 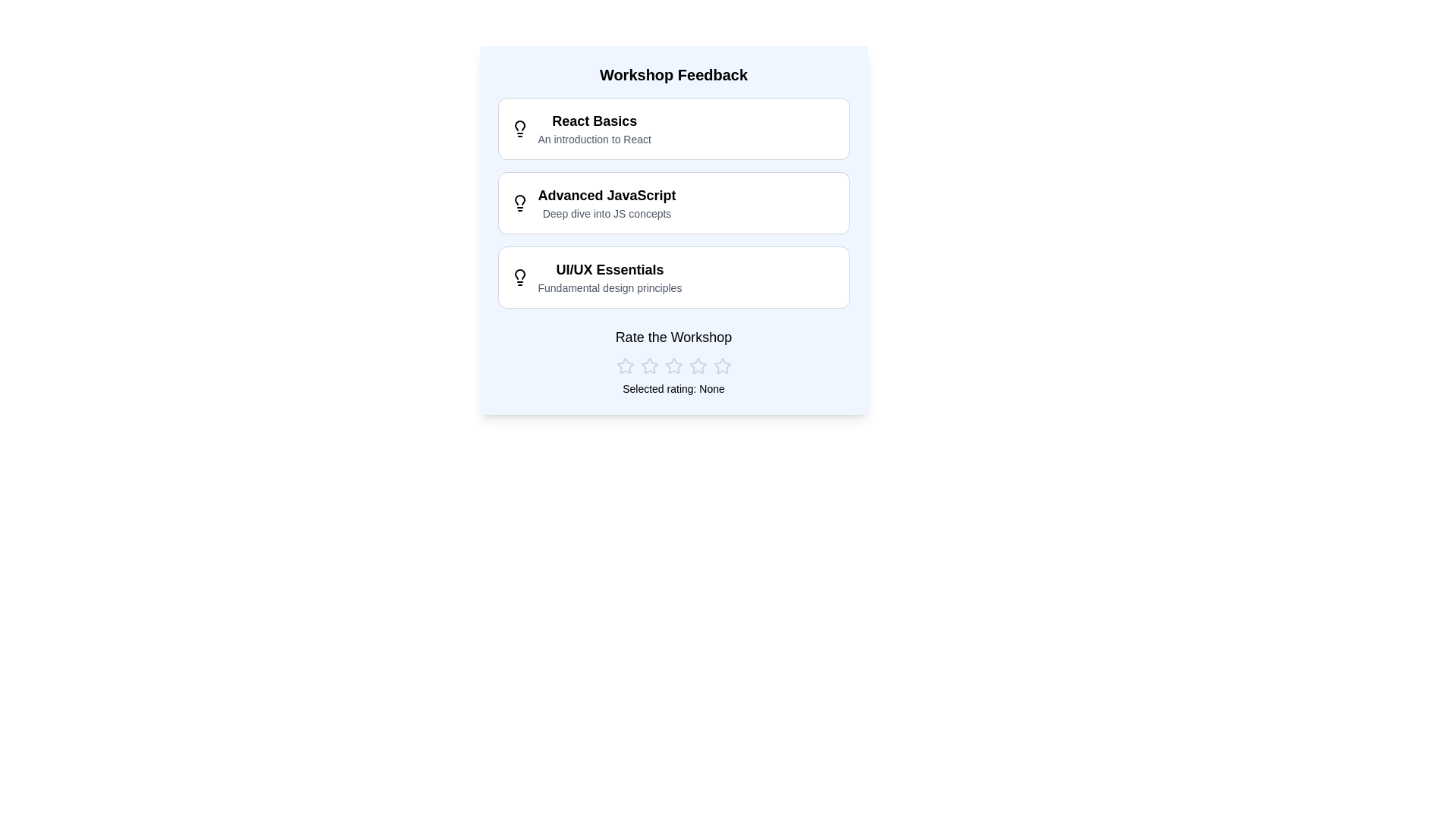 I want to click on the third star in the 5-star rating system under the 'Rate the Workshop' heading, so click(x=673, y=366).